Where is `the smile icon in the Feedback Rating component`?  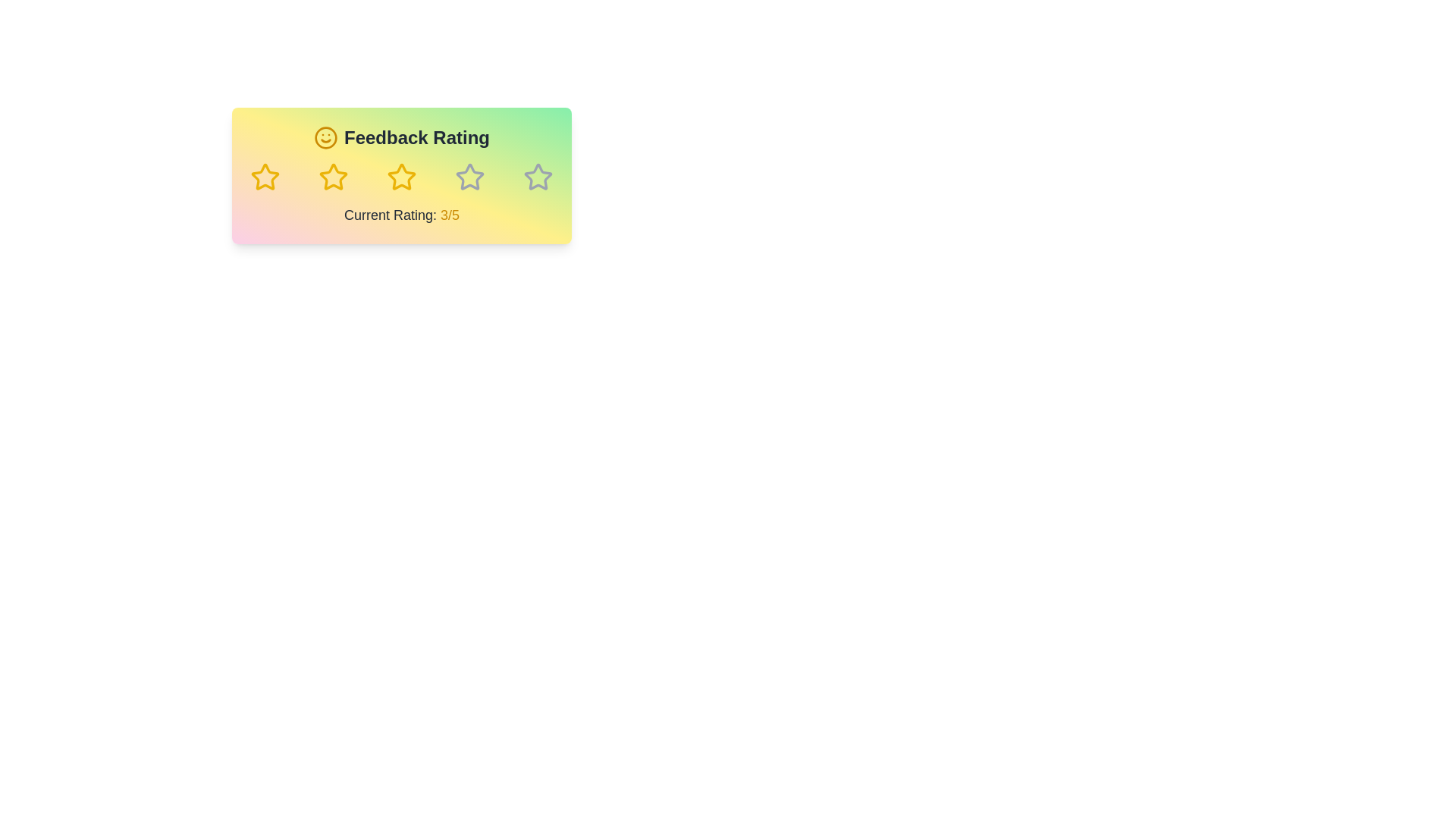 the smile icon in the Feedback Rating component is located at coordinates (325, 137).